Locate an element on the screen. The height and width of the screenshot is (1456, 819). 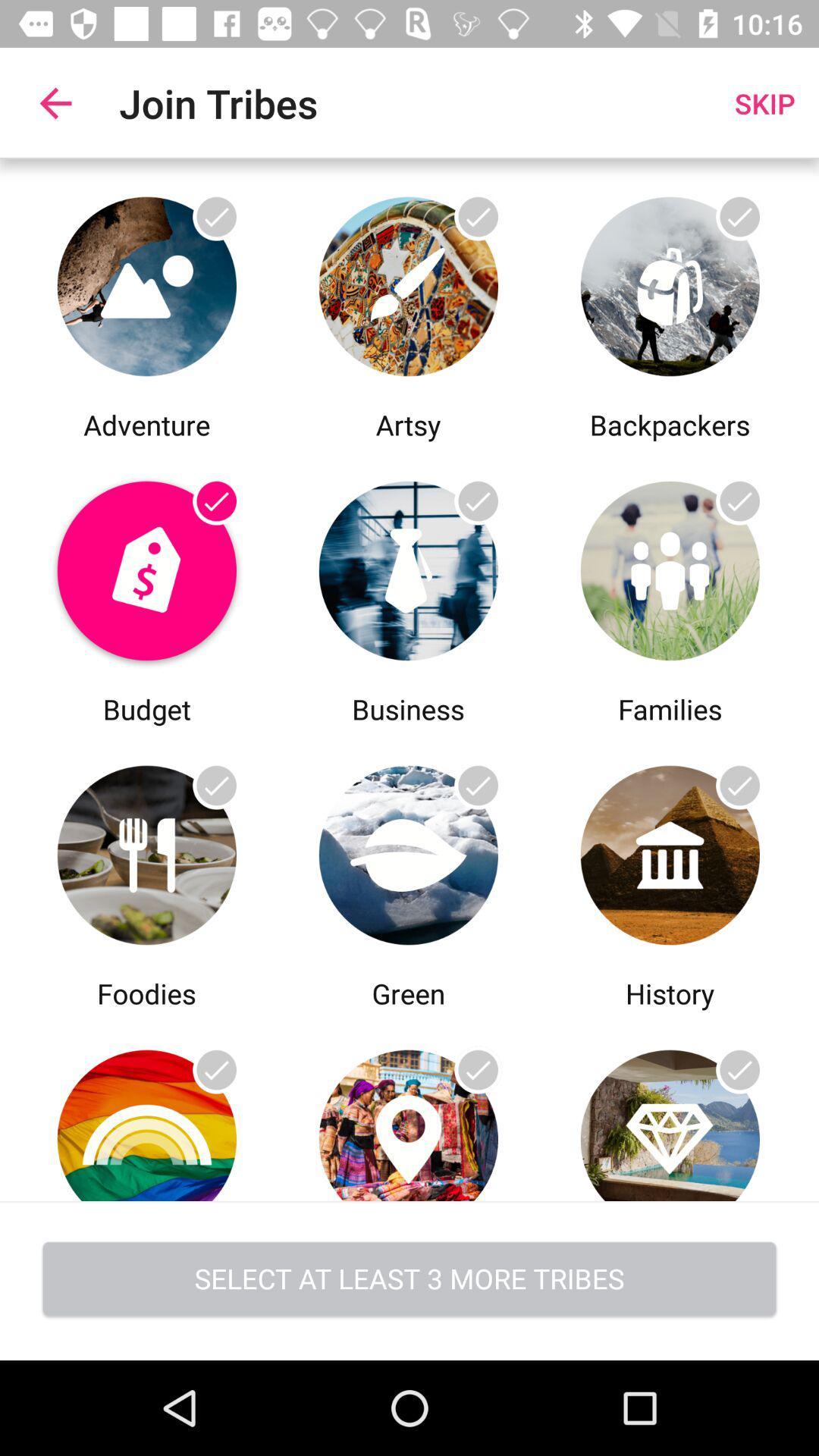
the select at least icon is located at coordinates (409, 1280).